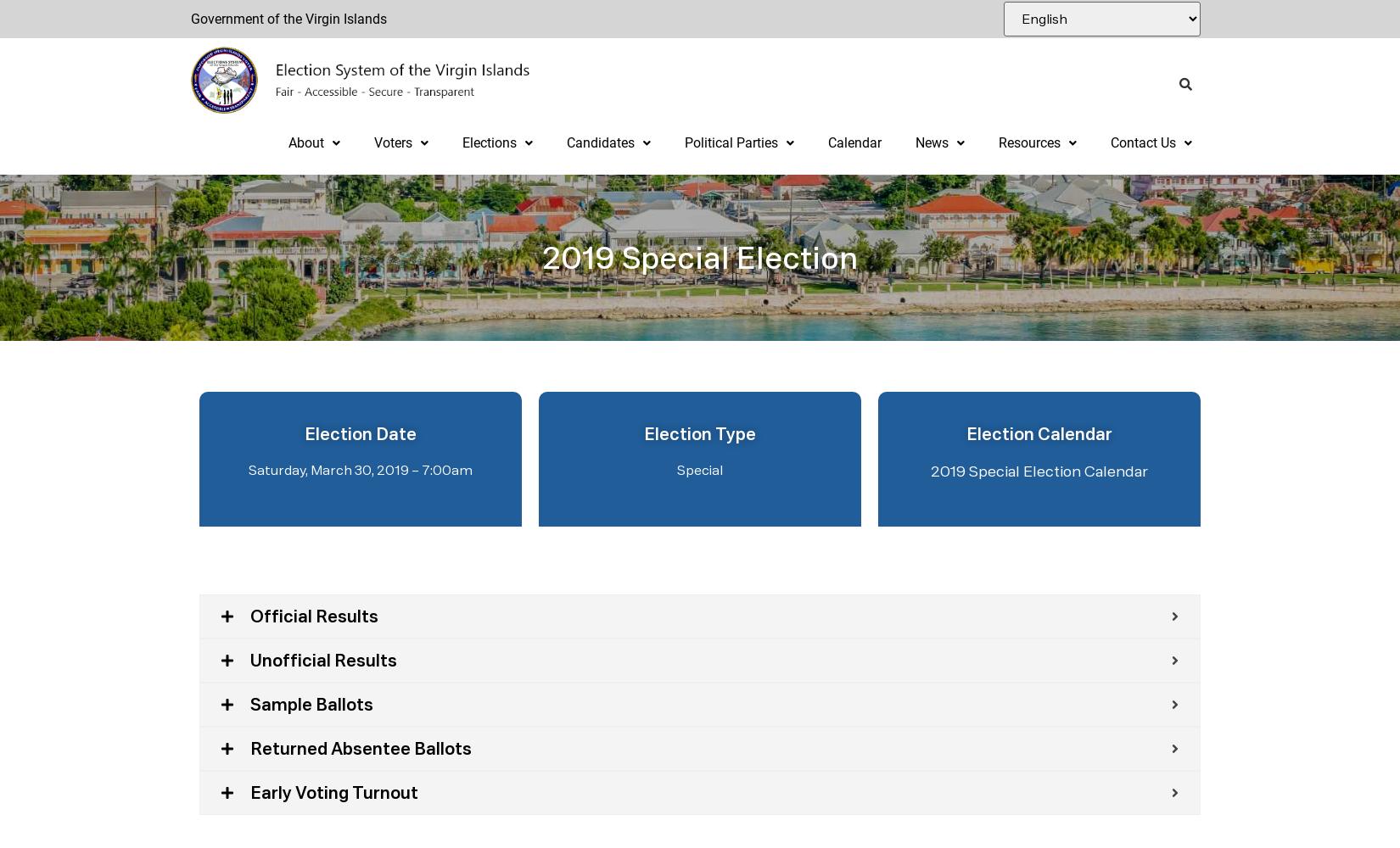 This screenshot has width=1400, height=848. What do you see at coordinates (684, 203) in the screenshot?
I see `'Party Forms'` at bounding box center [684, 203].